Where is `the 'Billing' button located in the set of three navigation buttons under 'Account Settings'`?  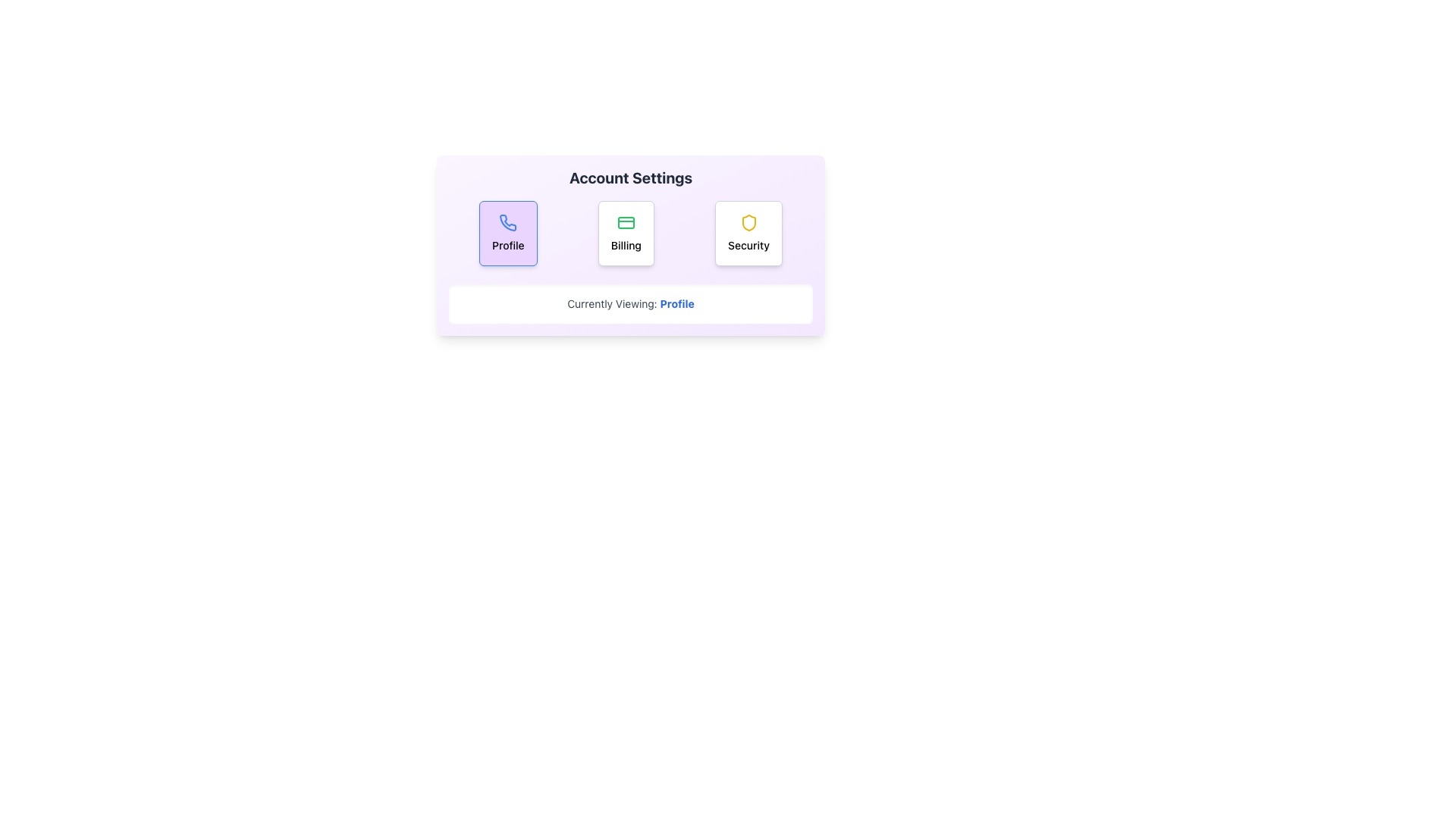 the 'Billing' button located in the set of three navigation buttons under 'Account Settings' is located at coordinates (630, 234).